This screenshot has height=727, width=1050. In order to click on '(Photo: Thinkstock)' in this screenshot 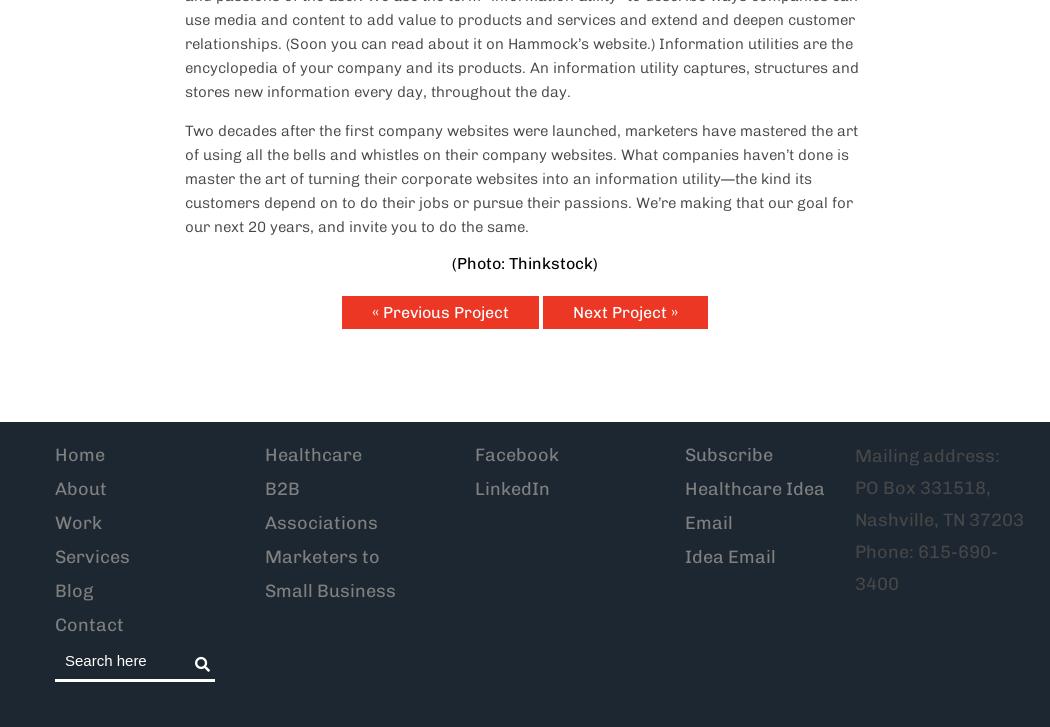, I will do `click(525, 263)`.